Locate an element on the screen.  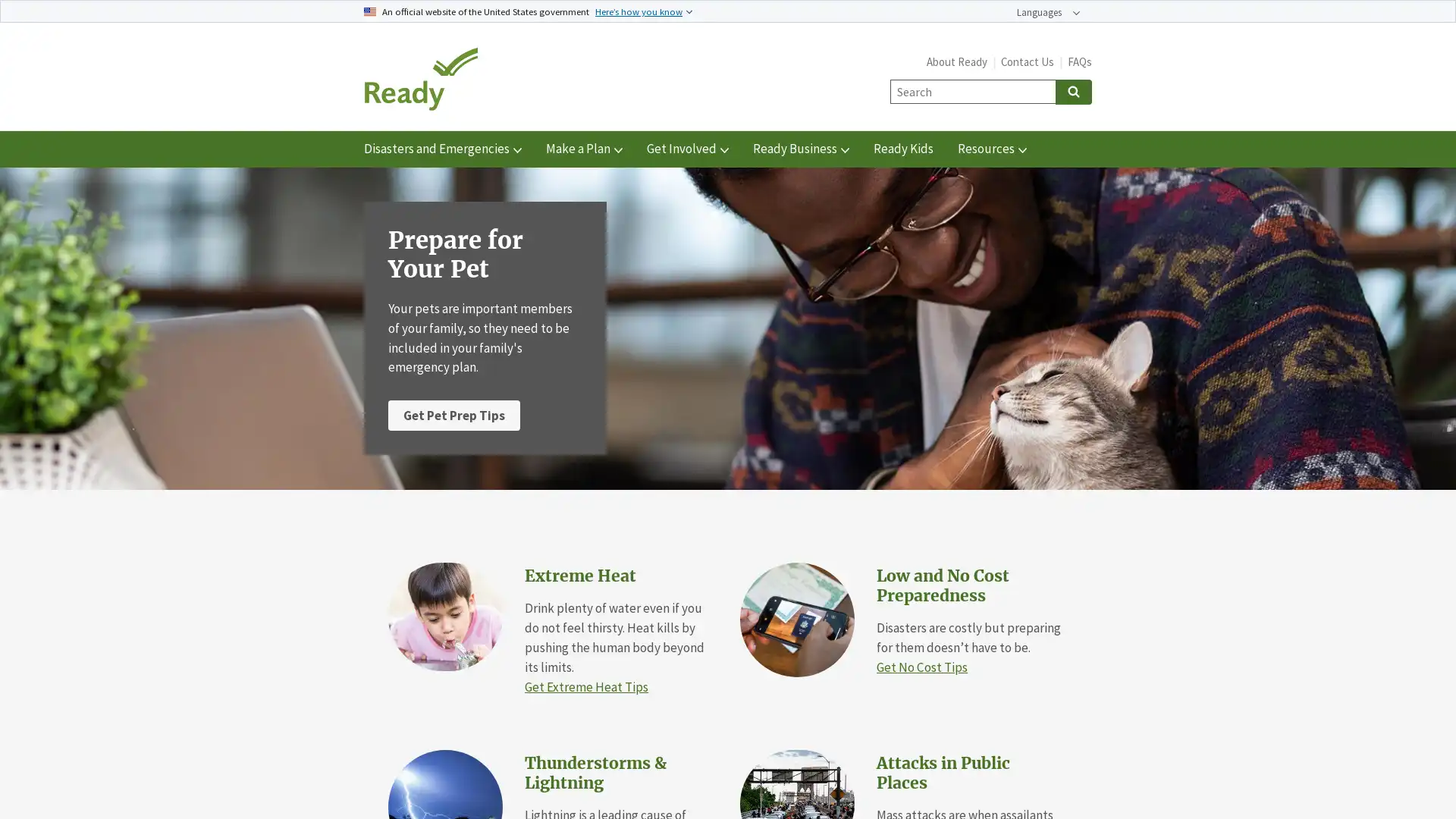
Disasters and Emergencies is located at coordinates (442, 149).